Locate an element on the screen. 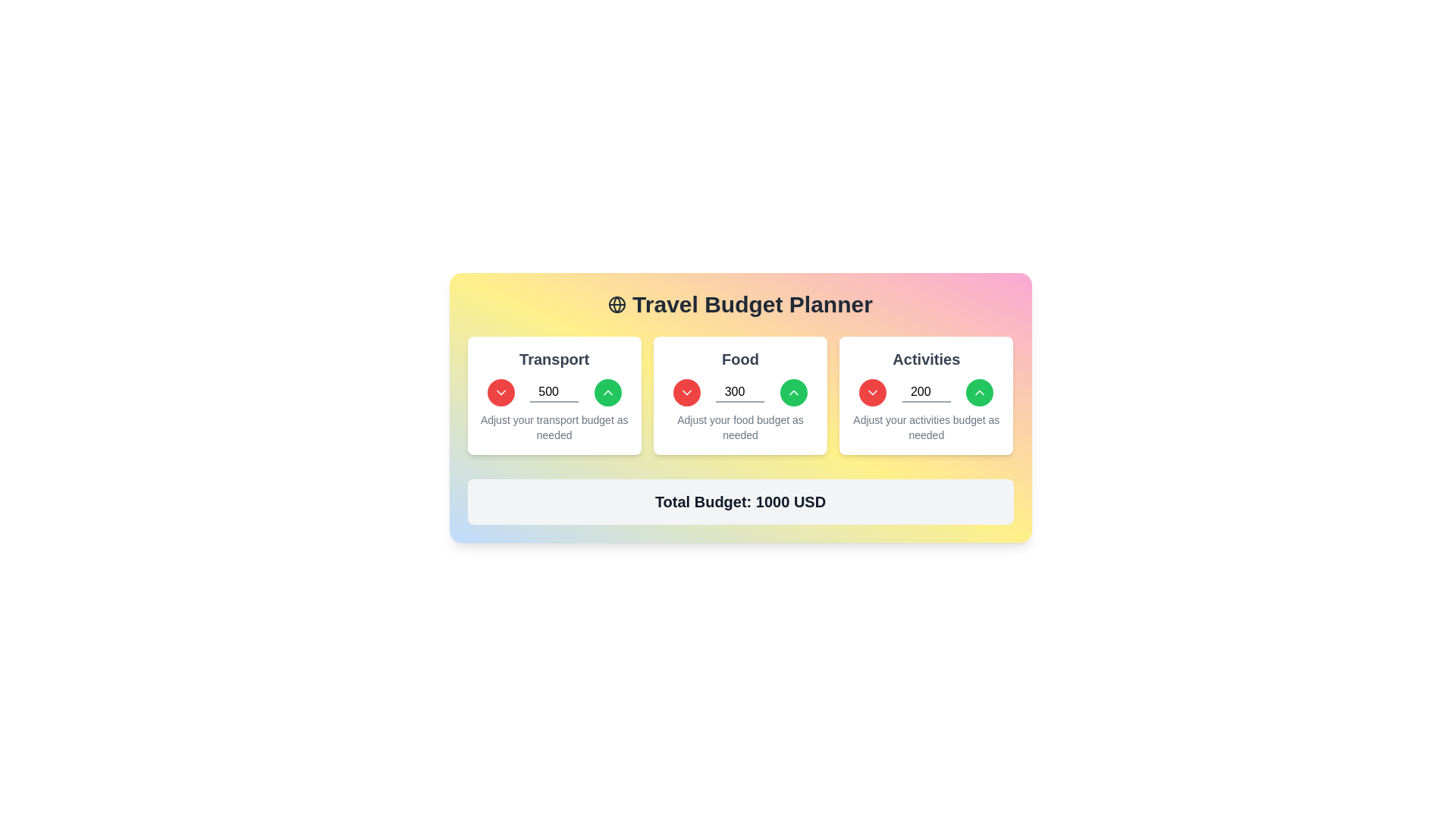  the globe icon in the header section of the application, located to the left of the 'Travel Budget Planner' text, to inspect its visual appearance is located at coordinates (617, 304).